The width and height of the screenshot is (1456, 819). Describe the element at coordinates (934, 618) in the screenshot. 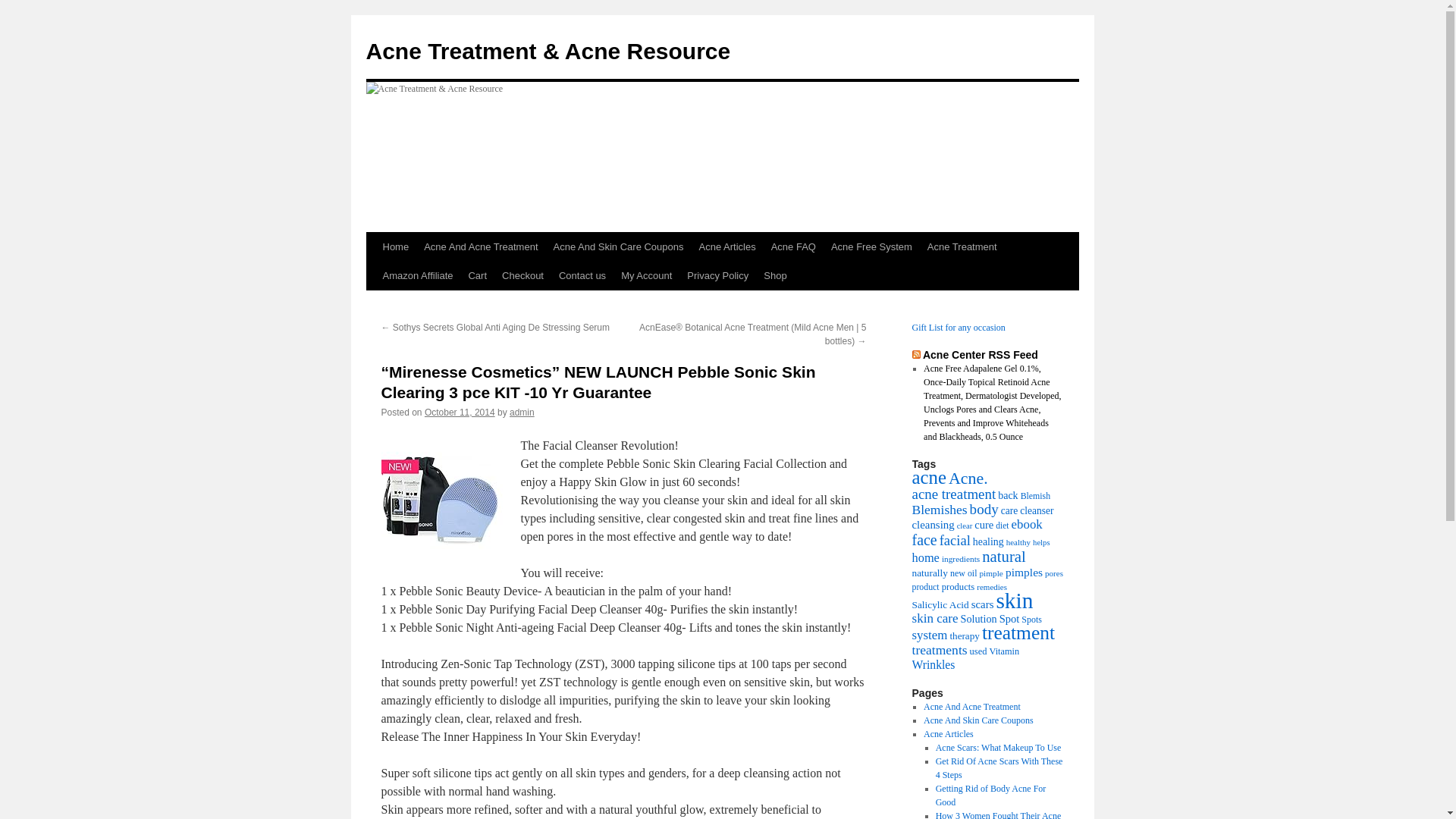

I see `'skin care'` at that location.